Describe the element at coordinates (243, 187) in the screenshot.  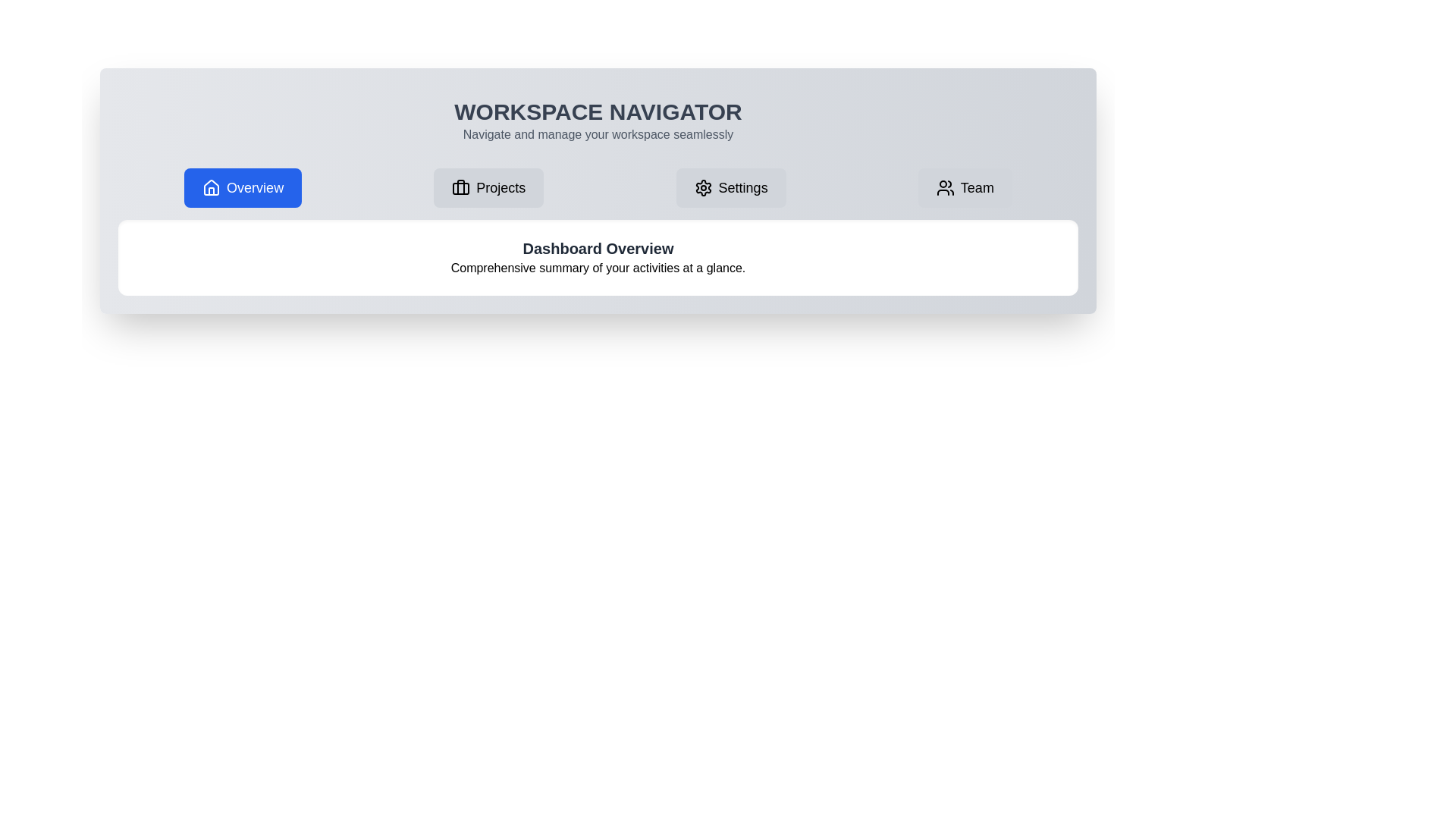
I see `the leftmost button in the navigation bar` at that location.